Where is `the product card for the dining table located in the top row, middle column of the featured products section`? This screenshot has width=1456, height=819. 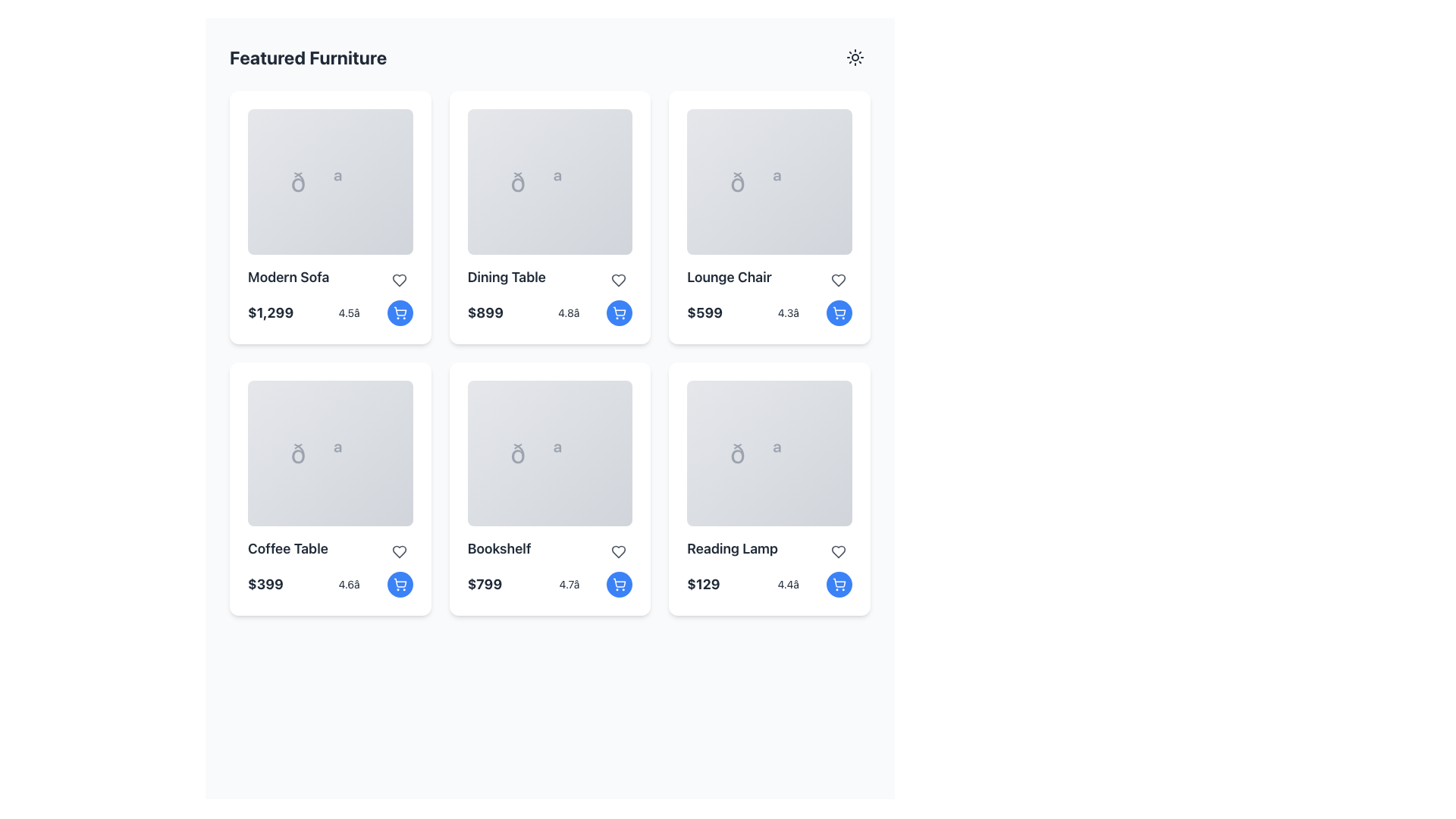
the product card for the dining table located in the top row, middle column of the featured products section is located at coordinates (549, 217).